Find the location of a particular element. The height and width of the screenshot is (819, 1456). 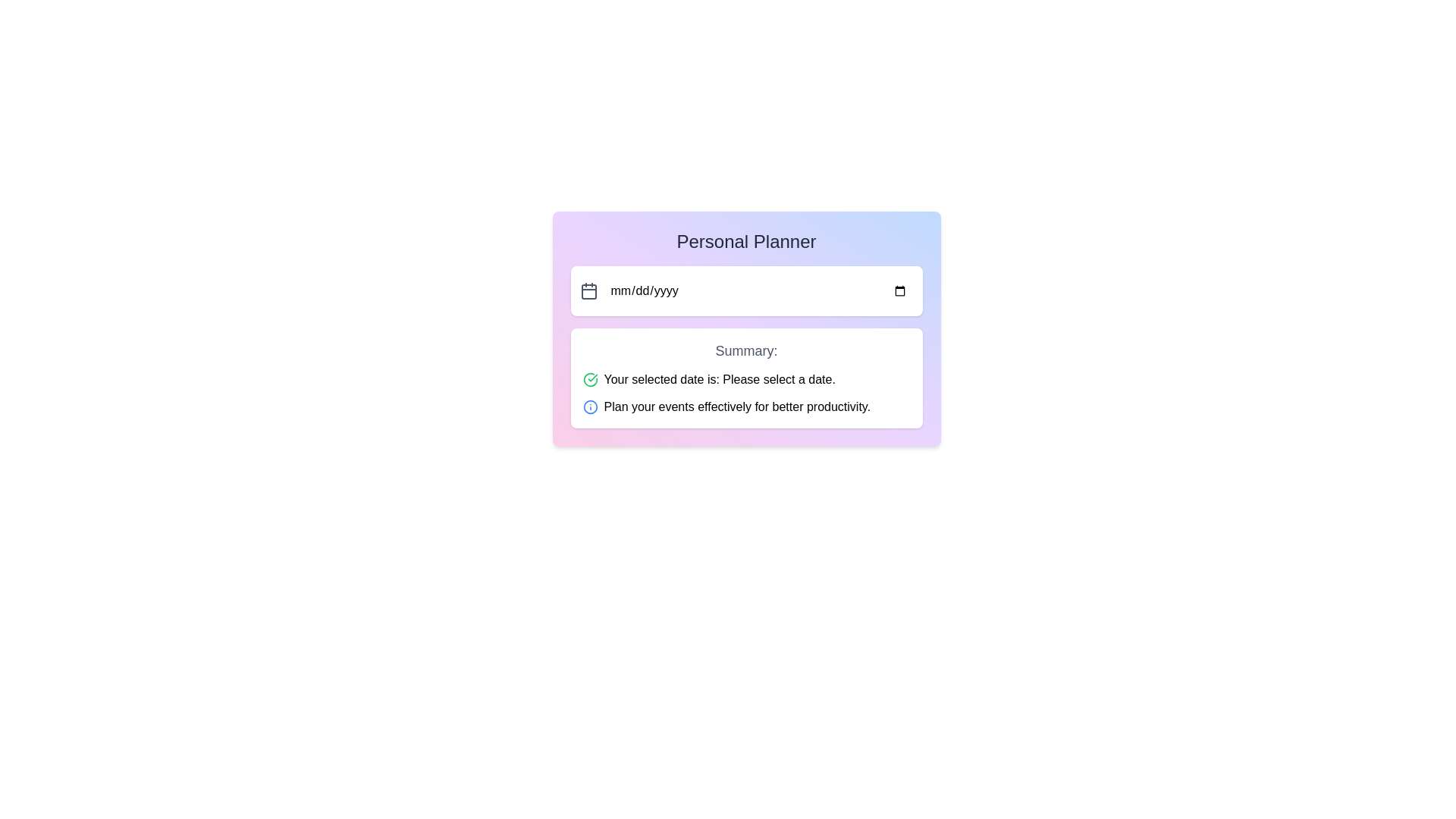

the text label component that contains the text 'Plan your events effectively for better productivity.' located within a white rectangular area in the 'Personal Planner' interface is located at coordinates (737, 406).